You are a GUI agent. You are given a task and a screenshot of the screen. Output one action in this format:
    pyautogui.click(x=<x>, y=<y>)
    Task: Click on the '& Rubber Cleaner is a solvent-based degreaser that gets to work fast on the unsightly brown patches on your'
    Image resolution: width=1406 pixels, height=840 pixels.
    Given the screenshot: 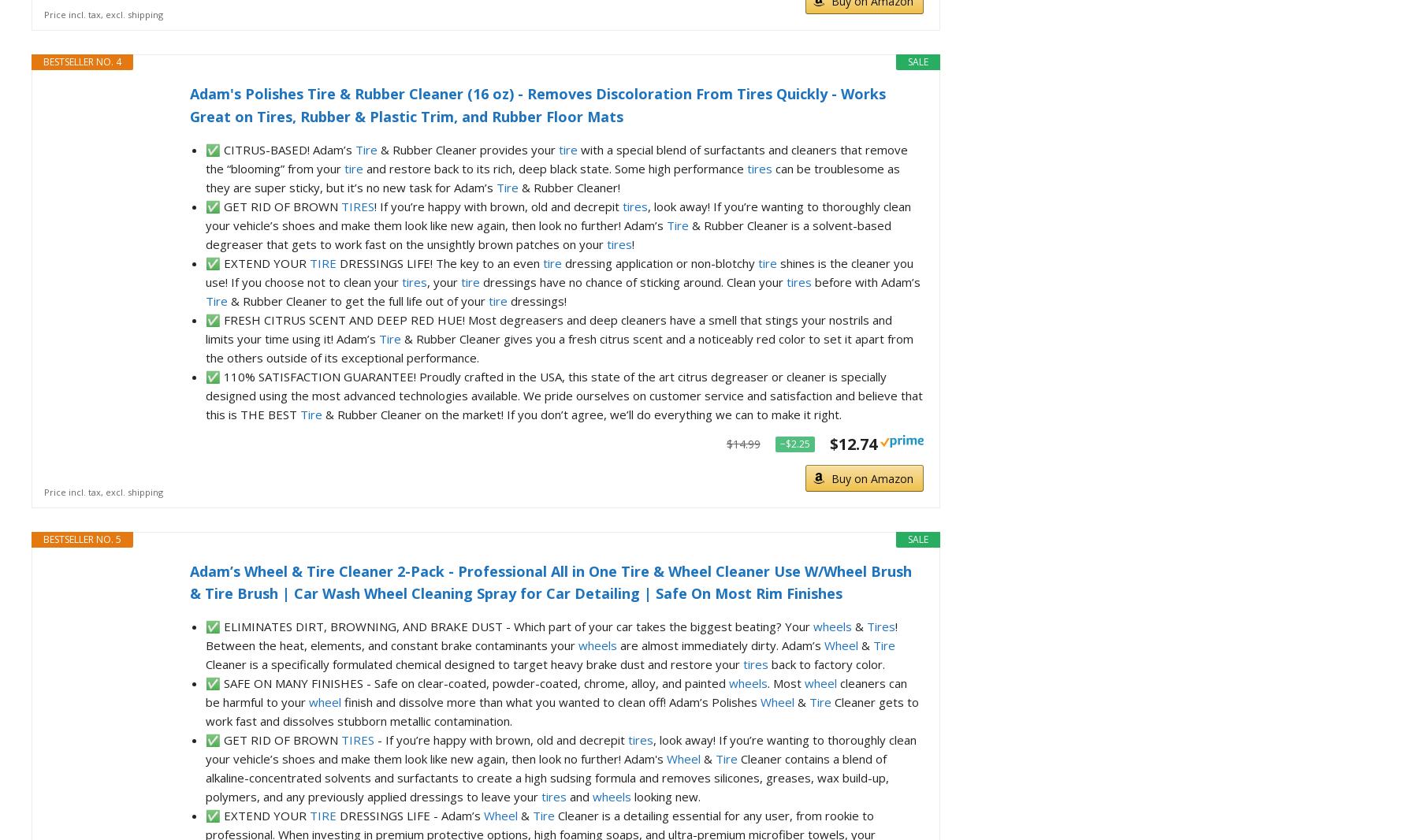 What is the action you would take?
    pyautogui.click(x=548, y=233)
    